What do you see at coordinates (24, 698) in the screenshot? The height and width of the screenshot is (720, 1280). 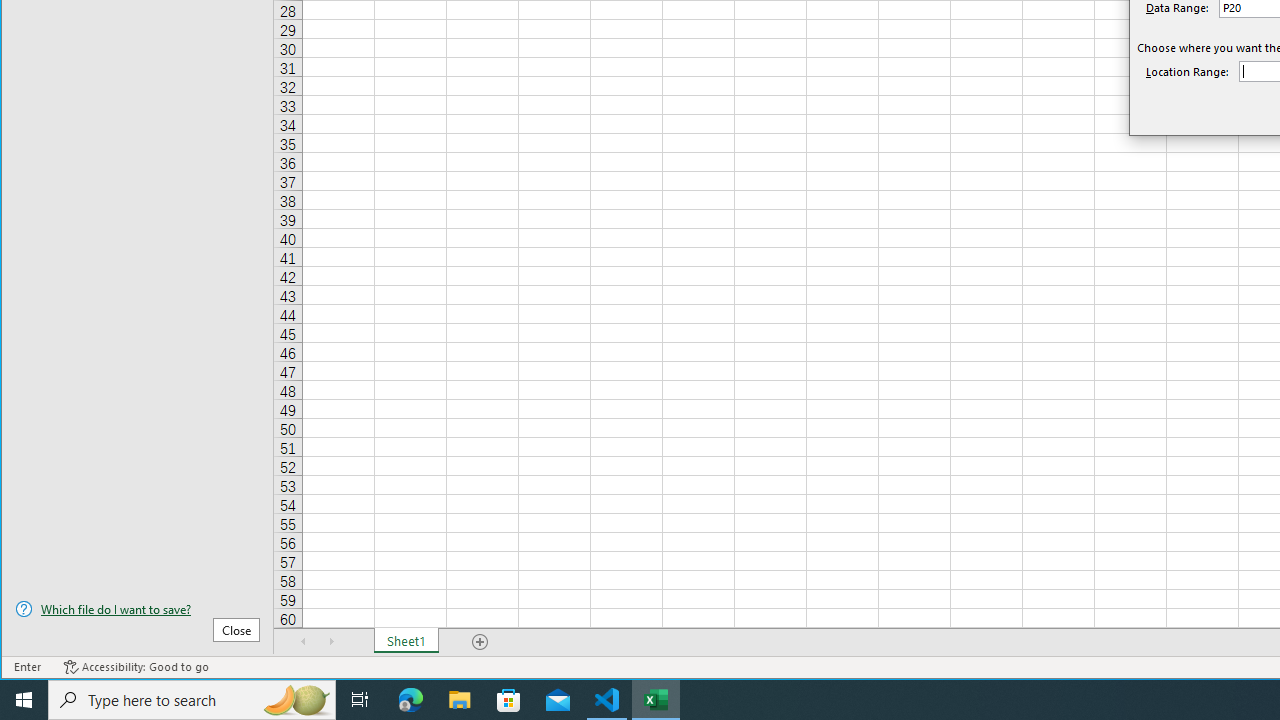 I see `'Start'` at bounding box center [24, 698].